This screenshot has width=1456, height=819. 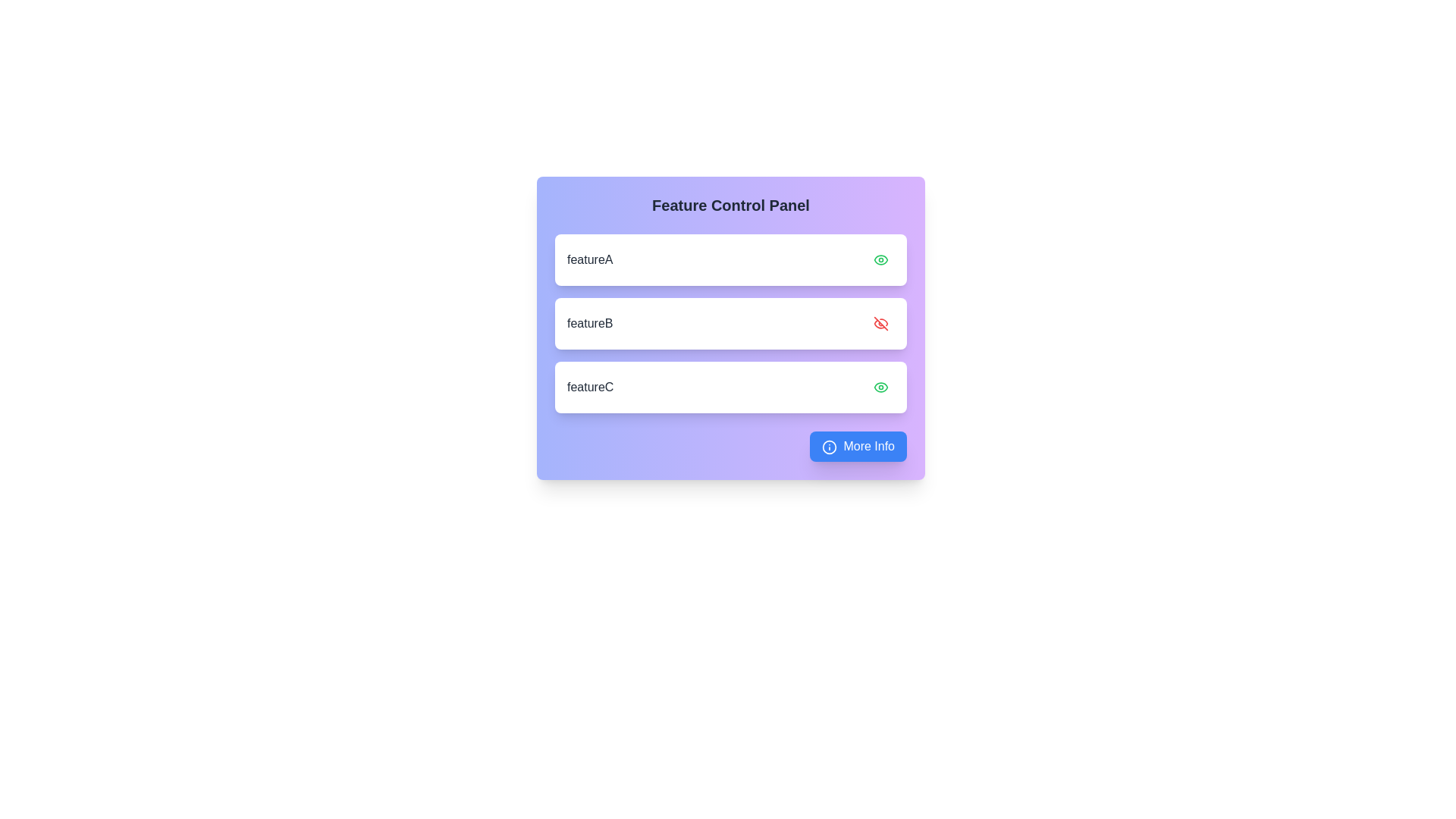 What do you see at coordinates (858, 446) in the screenshot?
I see `the 'More Info' button to access additional information` at bounding box center [858, 446].